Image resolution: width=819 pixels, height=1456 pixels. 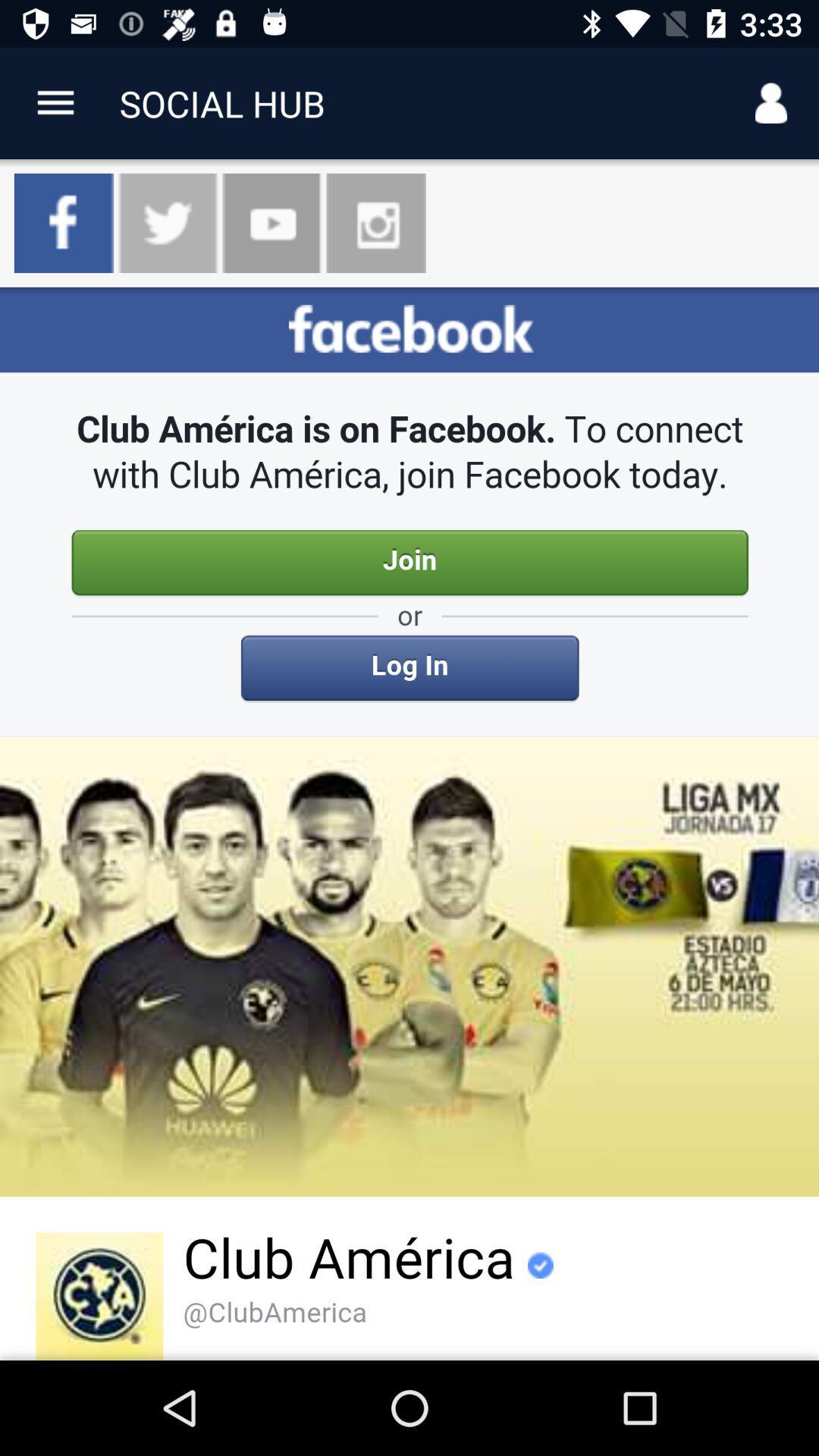 What do you see at coordinates (409, 823) in the screenshot?
I see `app open login` at bounding box center [409, 823].